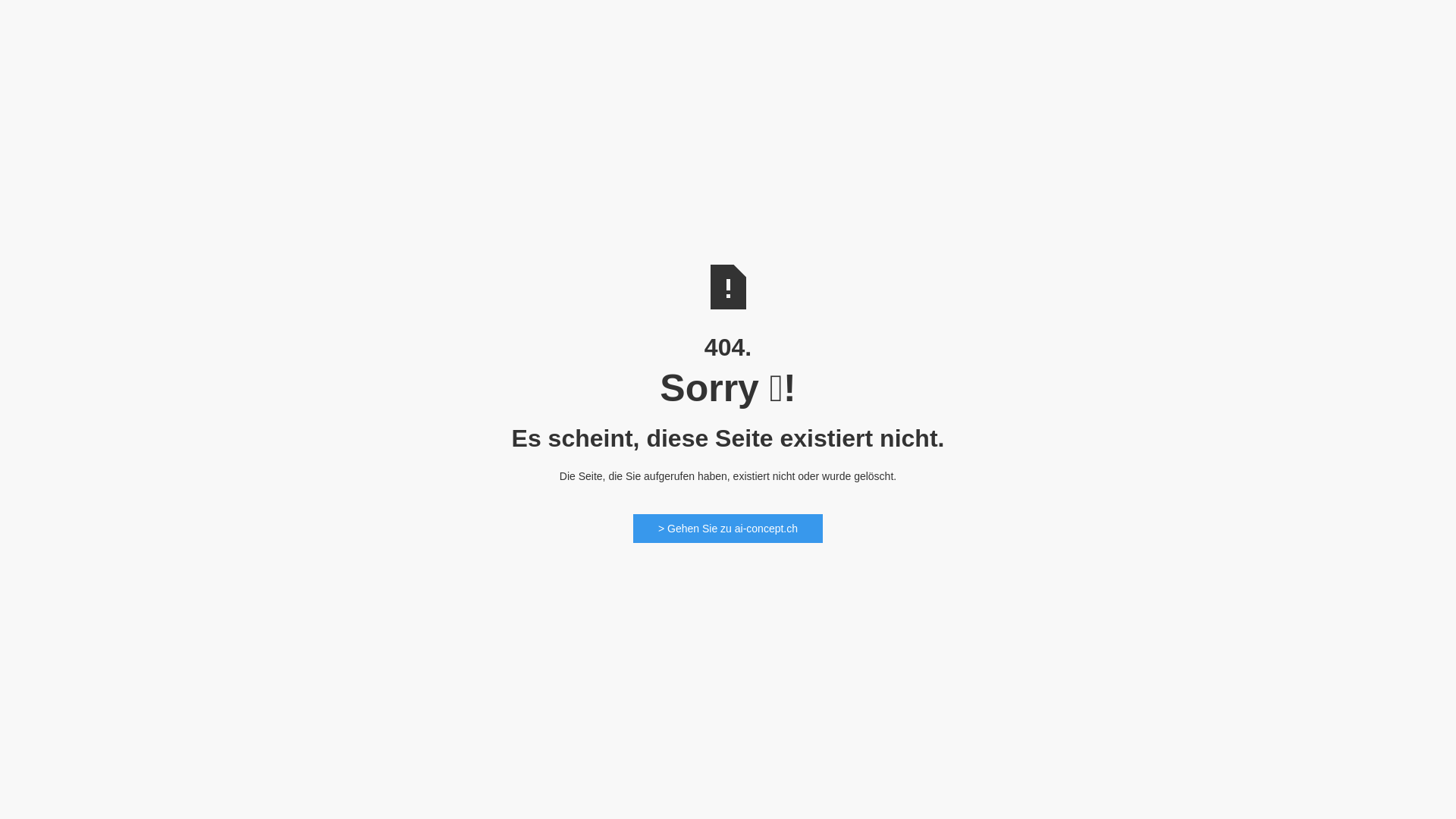  Describe the element at coordinates (633, 528) in the screenshot. I see `'> Gehen Sie zu ai-concept.ch'` at that location.